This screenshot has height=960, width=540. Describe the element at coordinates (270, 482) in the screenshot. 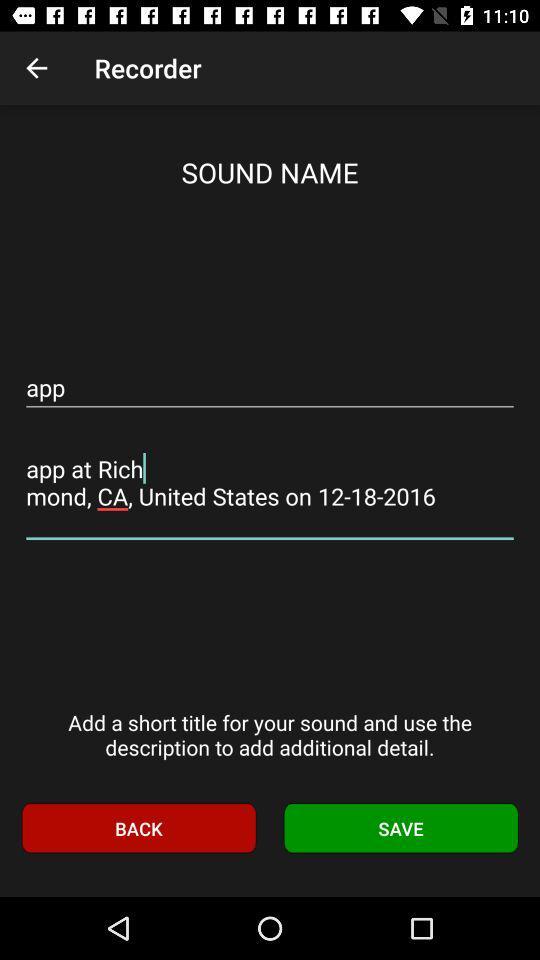

I see `app at rich` at that location.